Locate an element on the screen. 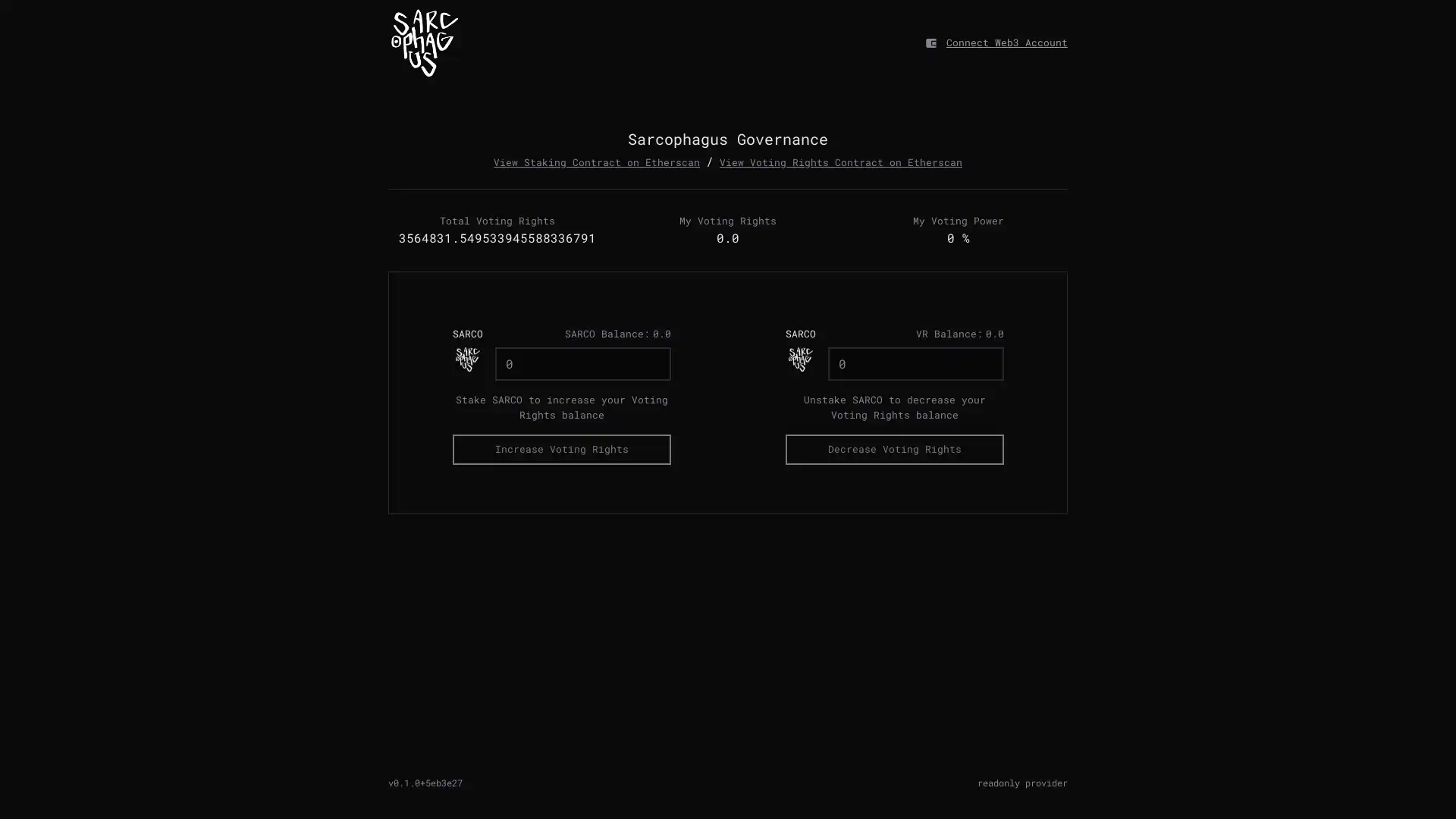 The height and width of the screenshot is (819, 1456). Connect Web3 Account is located at coordinates (1007, 42).